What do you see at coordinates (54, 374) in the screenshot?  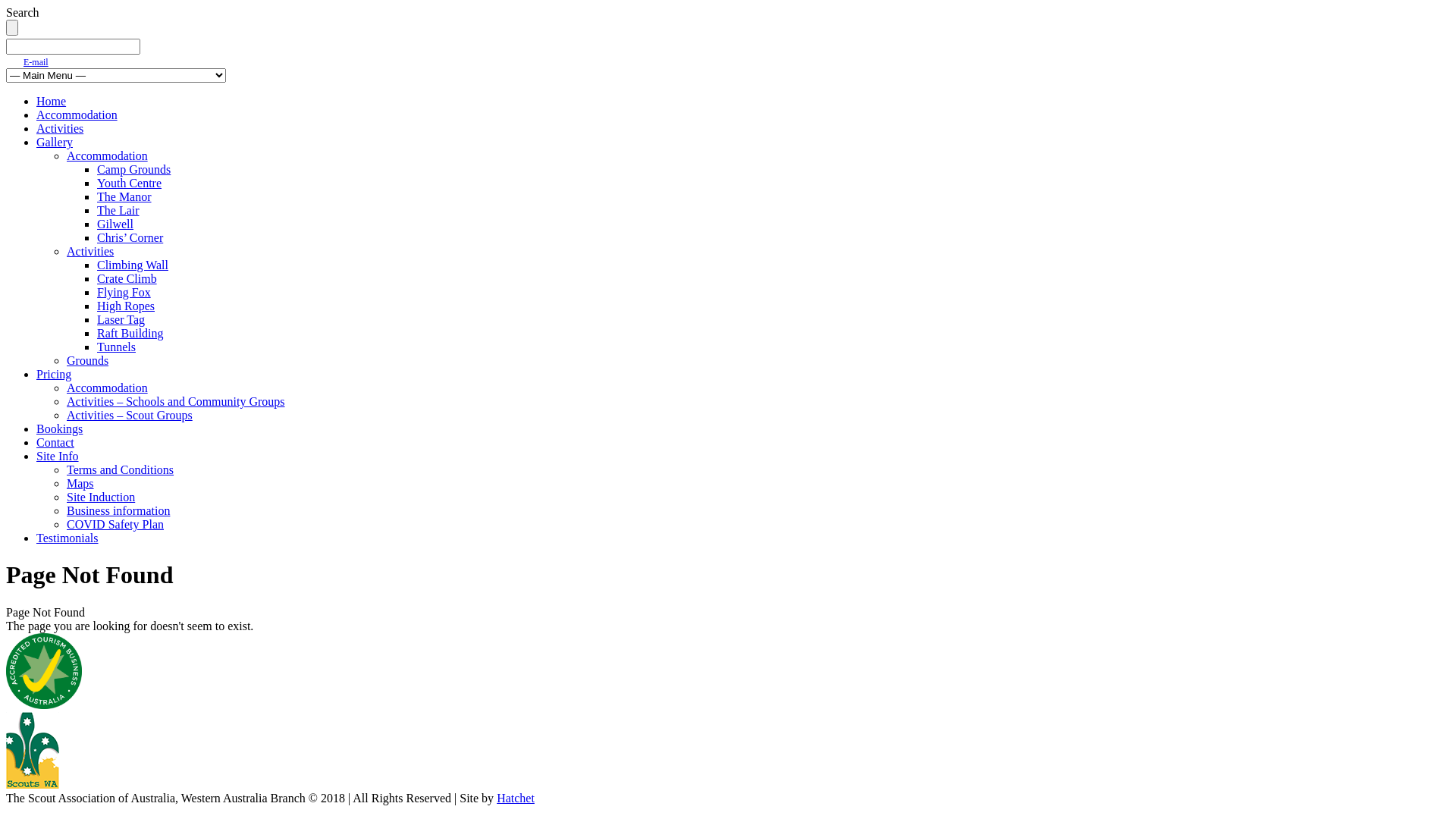 I see `'Pricing'` at bounding box center [54, 374].